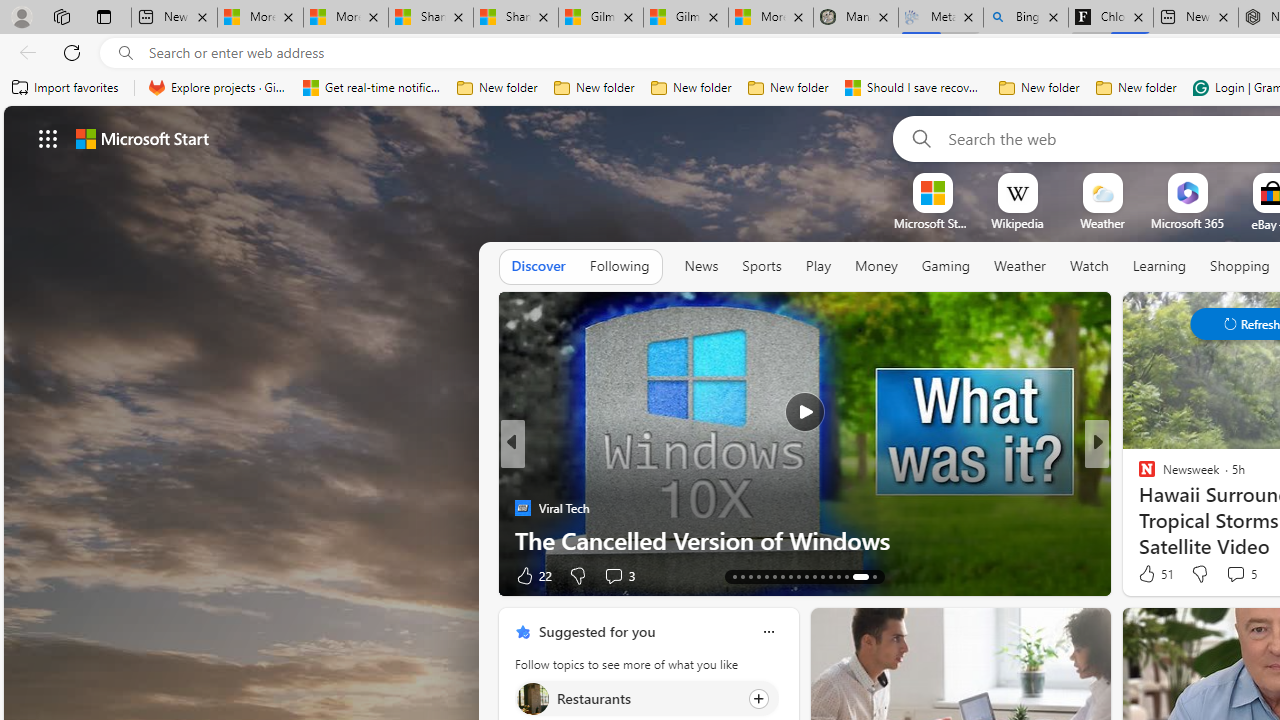  I want to click on 'AutomationID: tab-32', so click(860, 577).